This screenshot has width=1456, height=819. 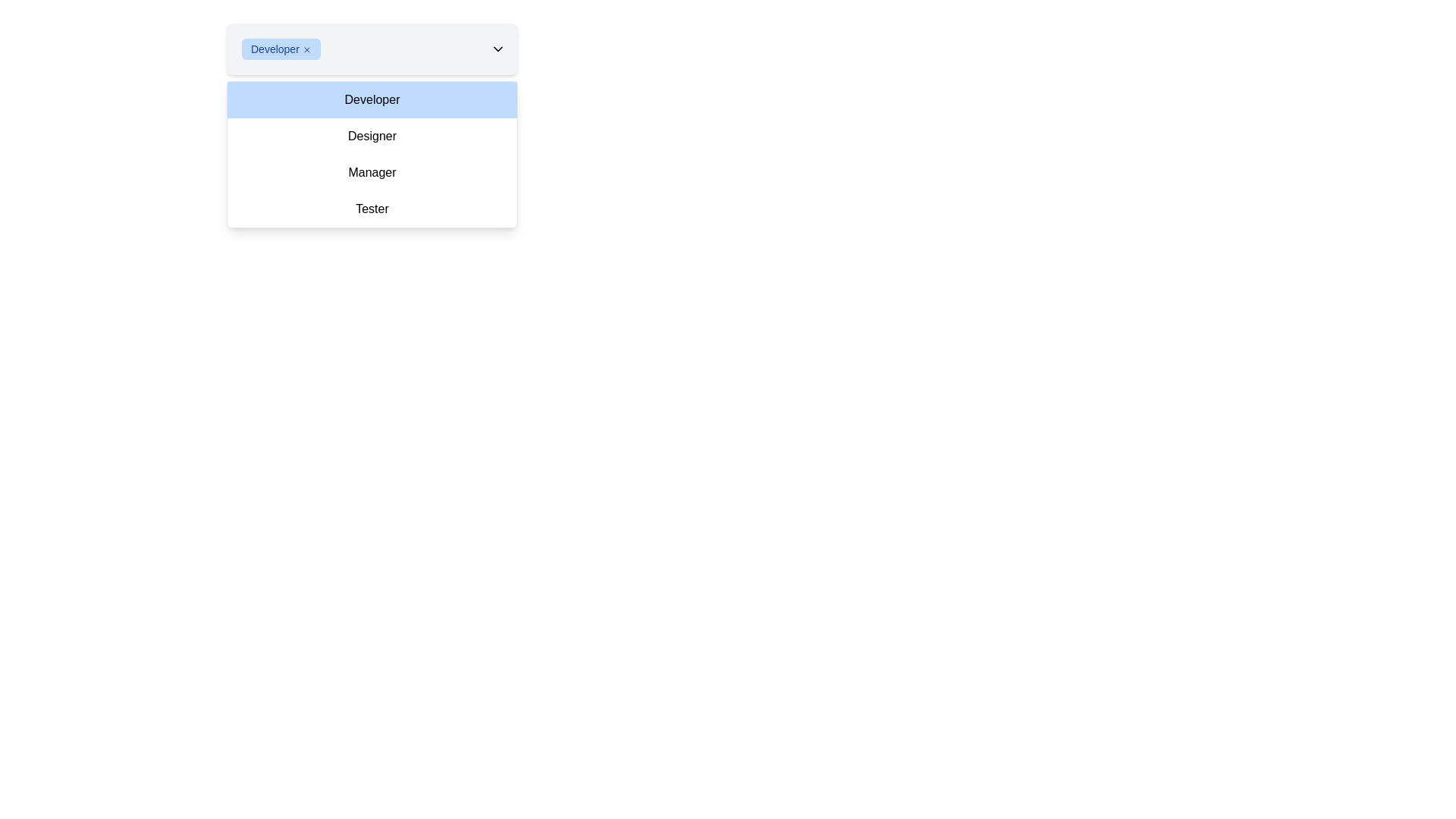 What do you see at coordinates (372, 124) in the screenshot?
I see `the dropdown list item labeled 'Developer'` at bounding box center [372, 124].